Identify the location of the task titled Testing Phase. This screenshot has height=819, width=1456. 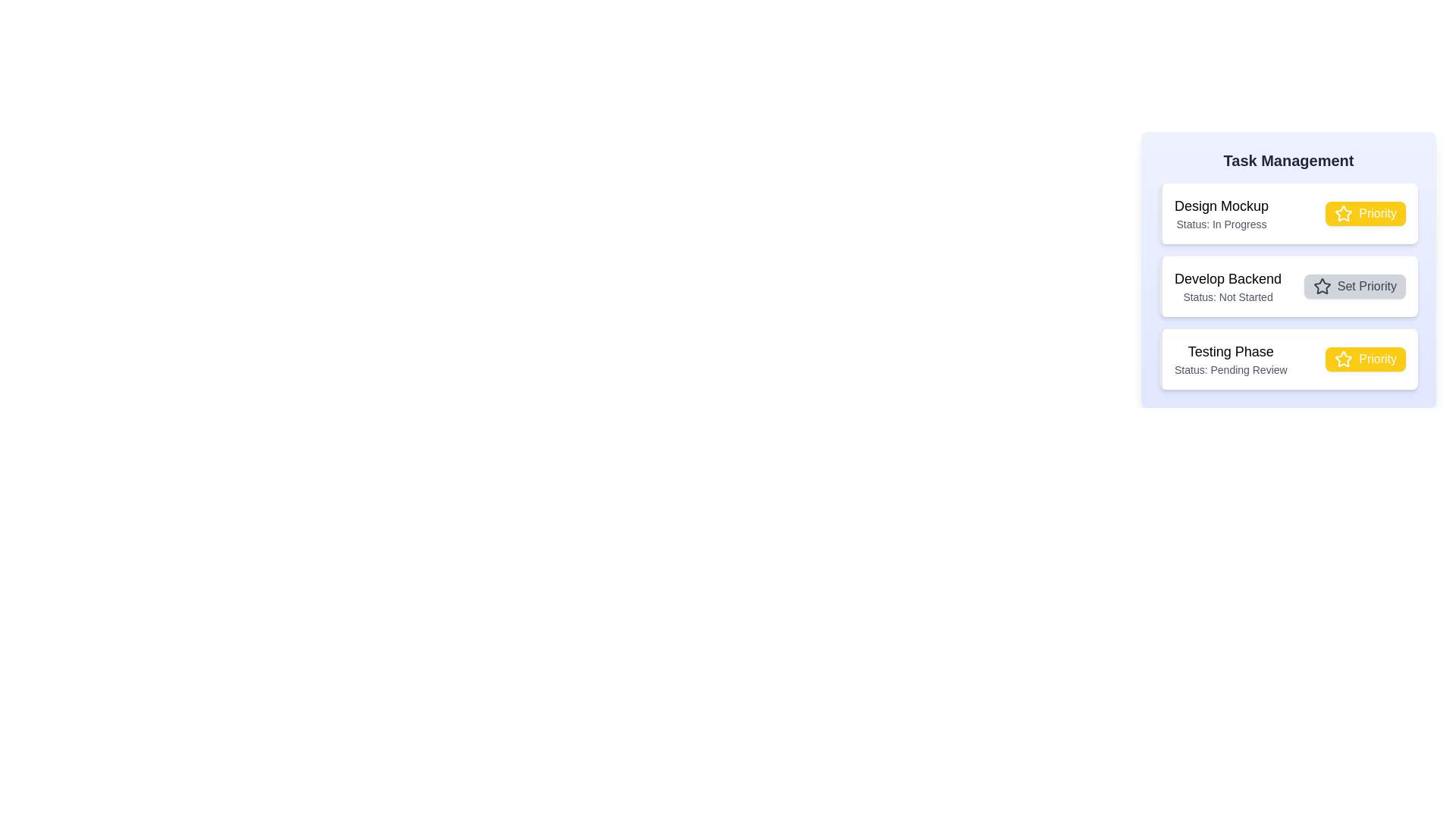
(1231, 351).